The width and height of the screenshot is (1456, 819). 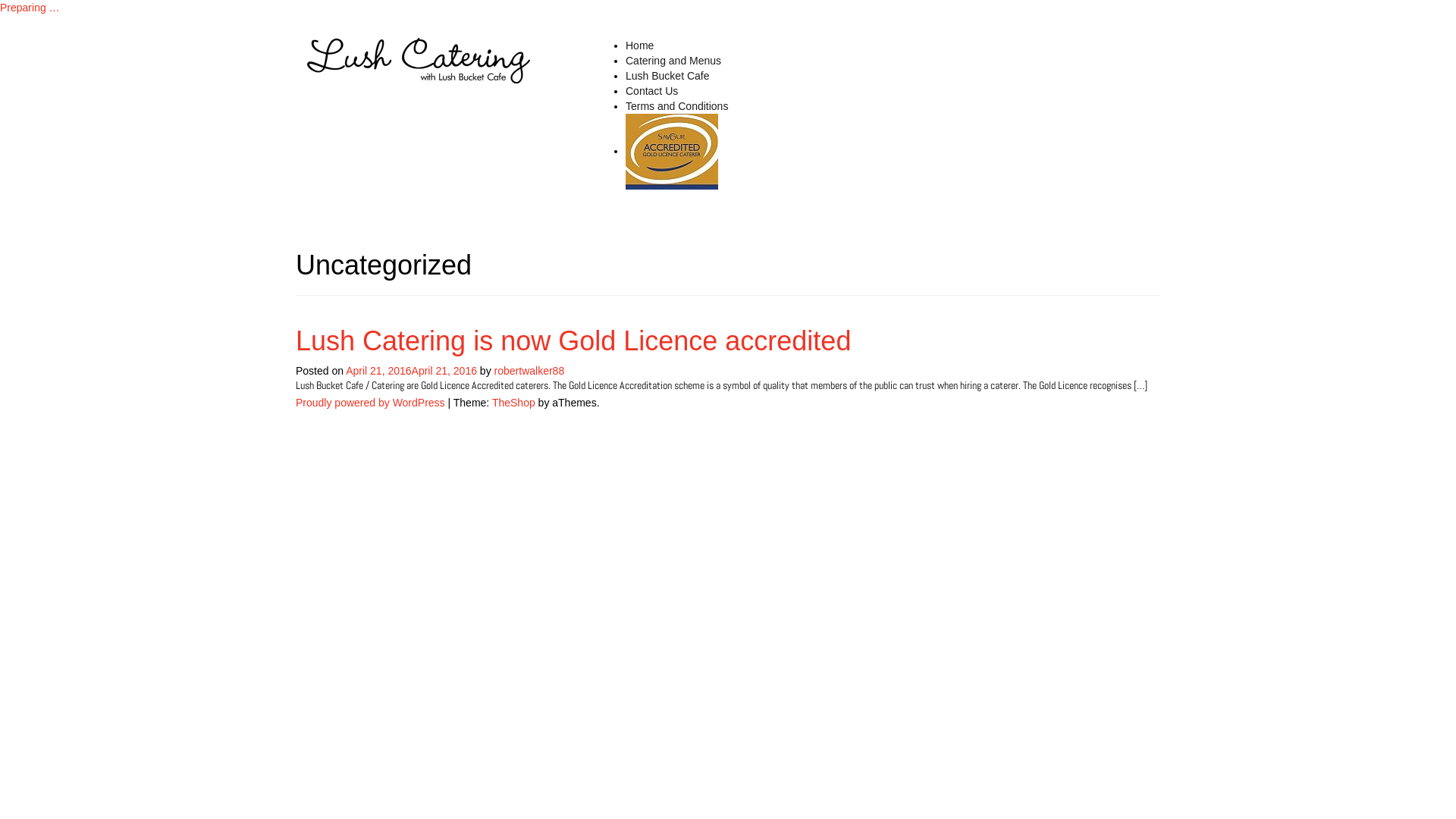 I want to click on 'Lush Catering - with Lush Bucket Cafe', so click(x=419, y=58).